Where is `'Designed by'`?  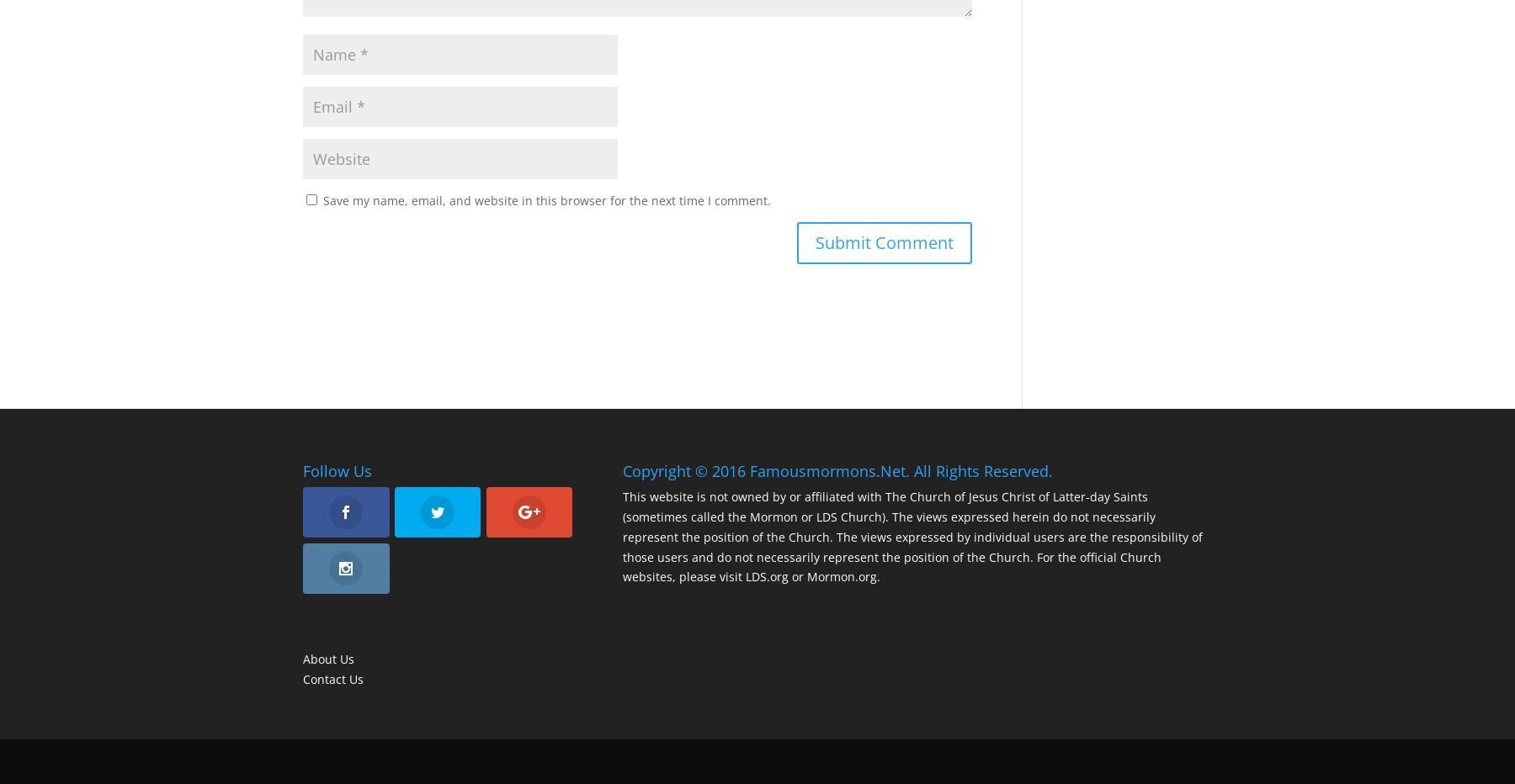
'Designed by' is located at coordinates (339, 760).